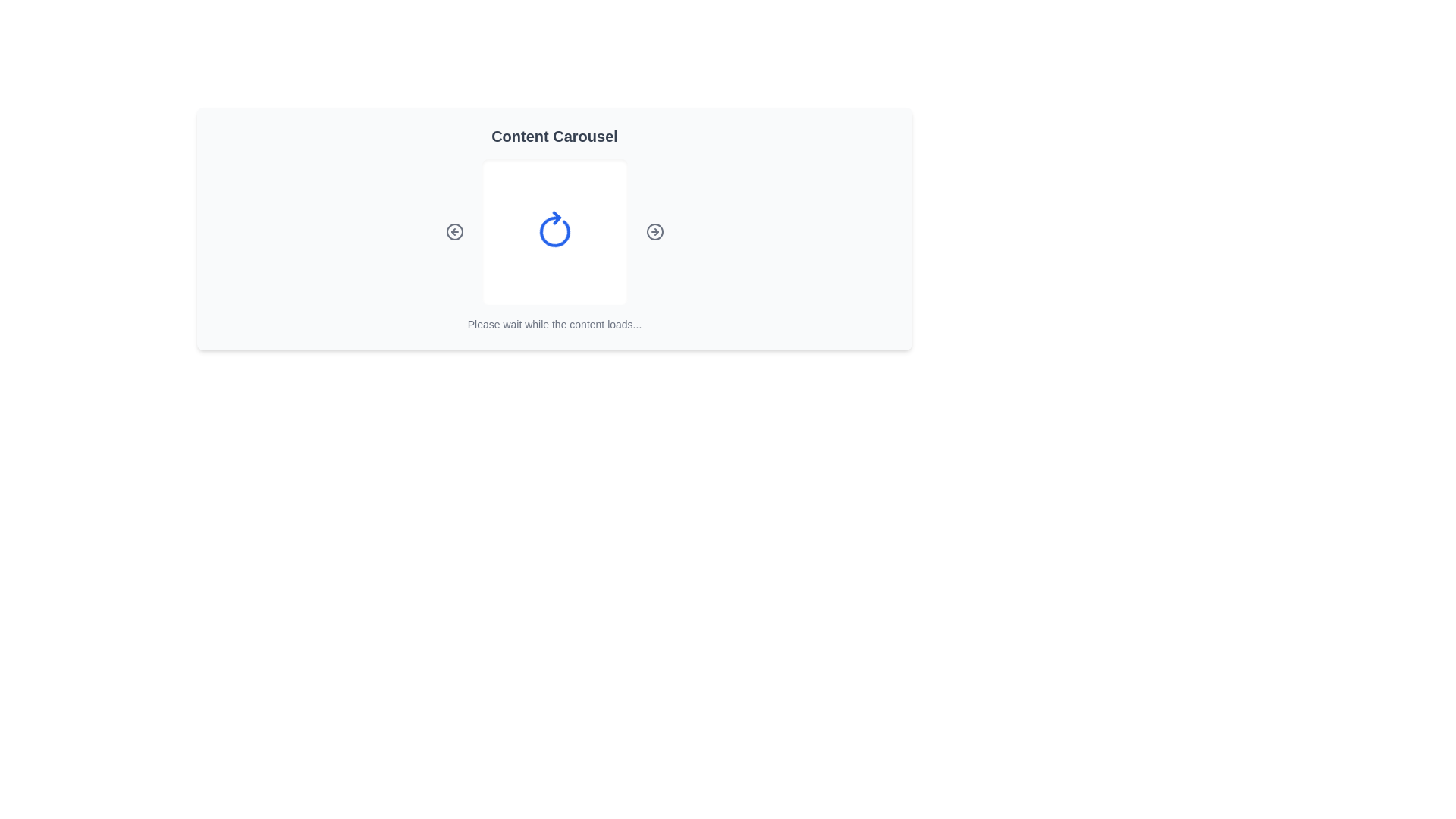 Image resolution: width=1456 pixels, height=819 pixels. I want to click on the Circular Spinner Icon, which is a blue outlined circular icon with a clockwise arrow, located centrally under the 'Content Carousel' title, so click(554, 231).